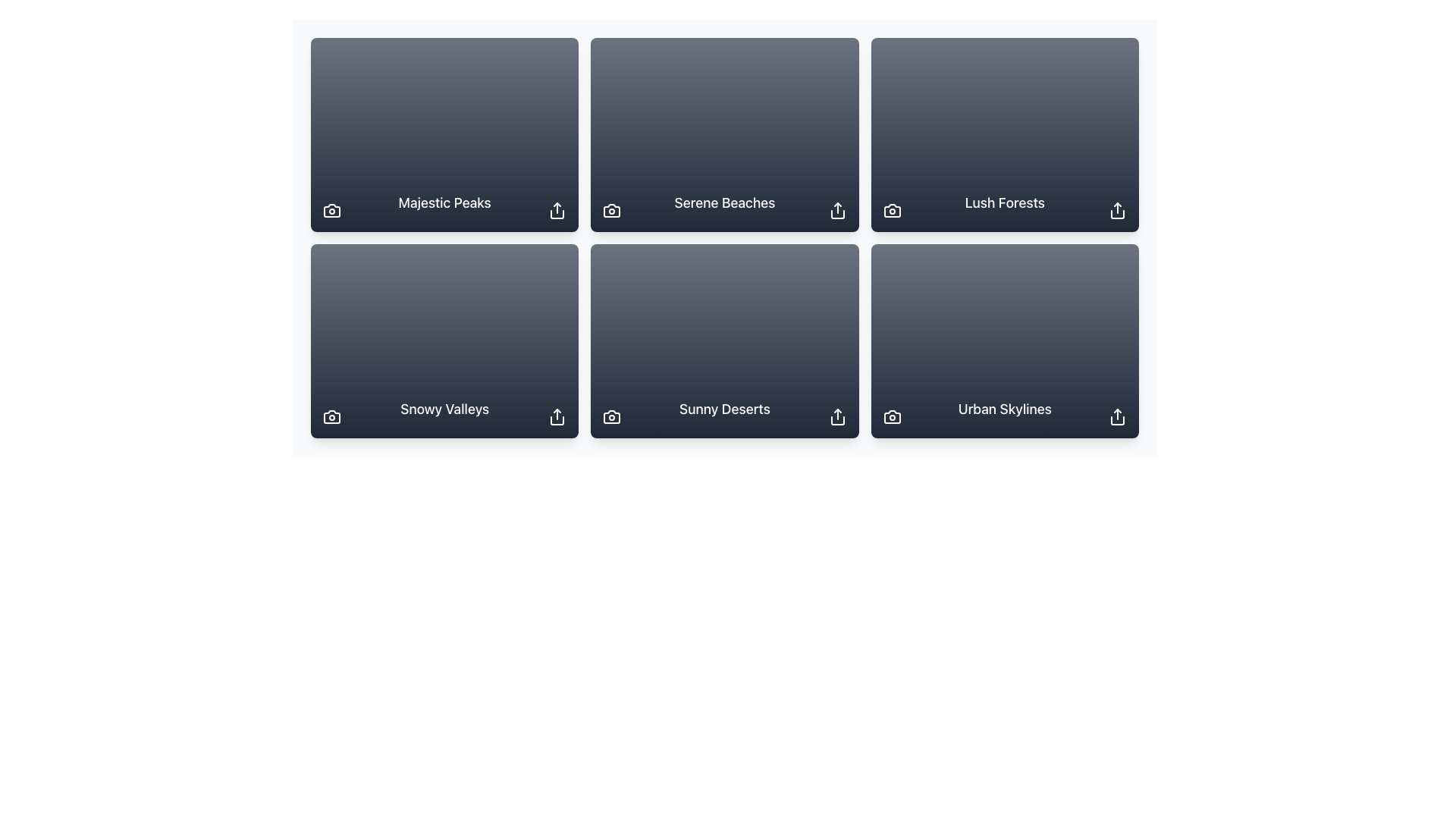 Image resolution: width=1456 pixels, height=819 pixels. Describe the element at coordinates (444, 202) in the screenshot. I see `the text element that serves as a label for the card, summarizing the theme 'Majestic Peaks', located in the first row, first column of the grid layout` at that location.